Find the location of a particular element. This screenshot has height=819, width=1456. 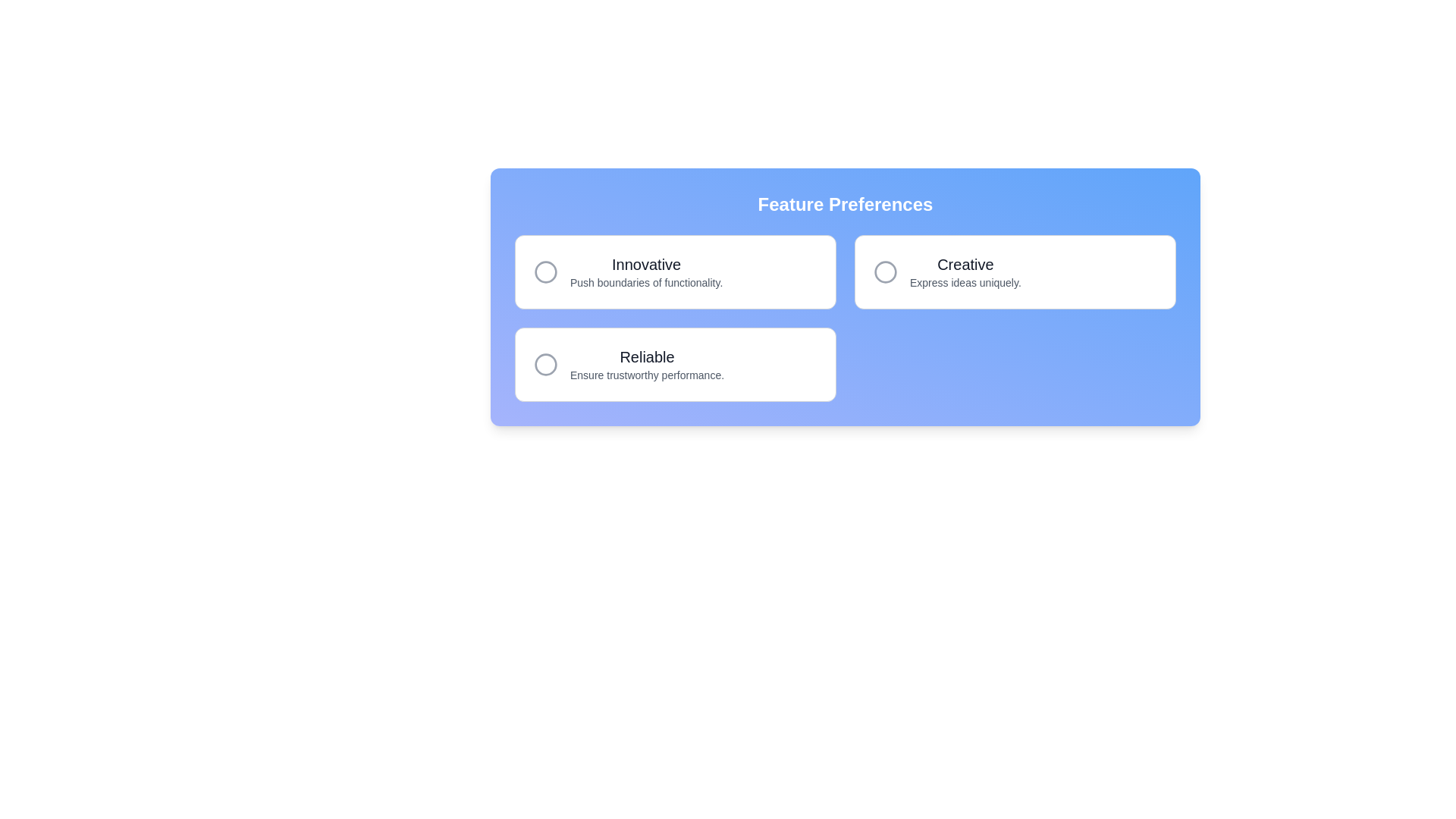

the static text label that provides context for the 'Innovative' feature, located directly below the 'Innovative' text in the 'Feature Preferences' panel is located at coordinates (646, 283).